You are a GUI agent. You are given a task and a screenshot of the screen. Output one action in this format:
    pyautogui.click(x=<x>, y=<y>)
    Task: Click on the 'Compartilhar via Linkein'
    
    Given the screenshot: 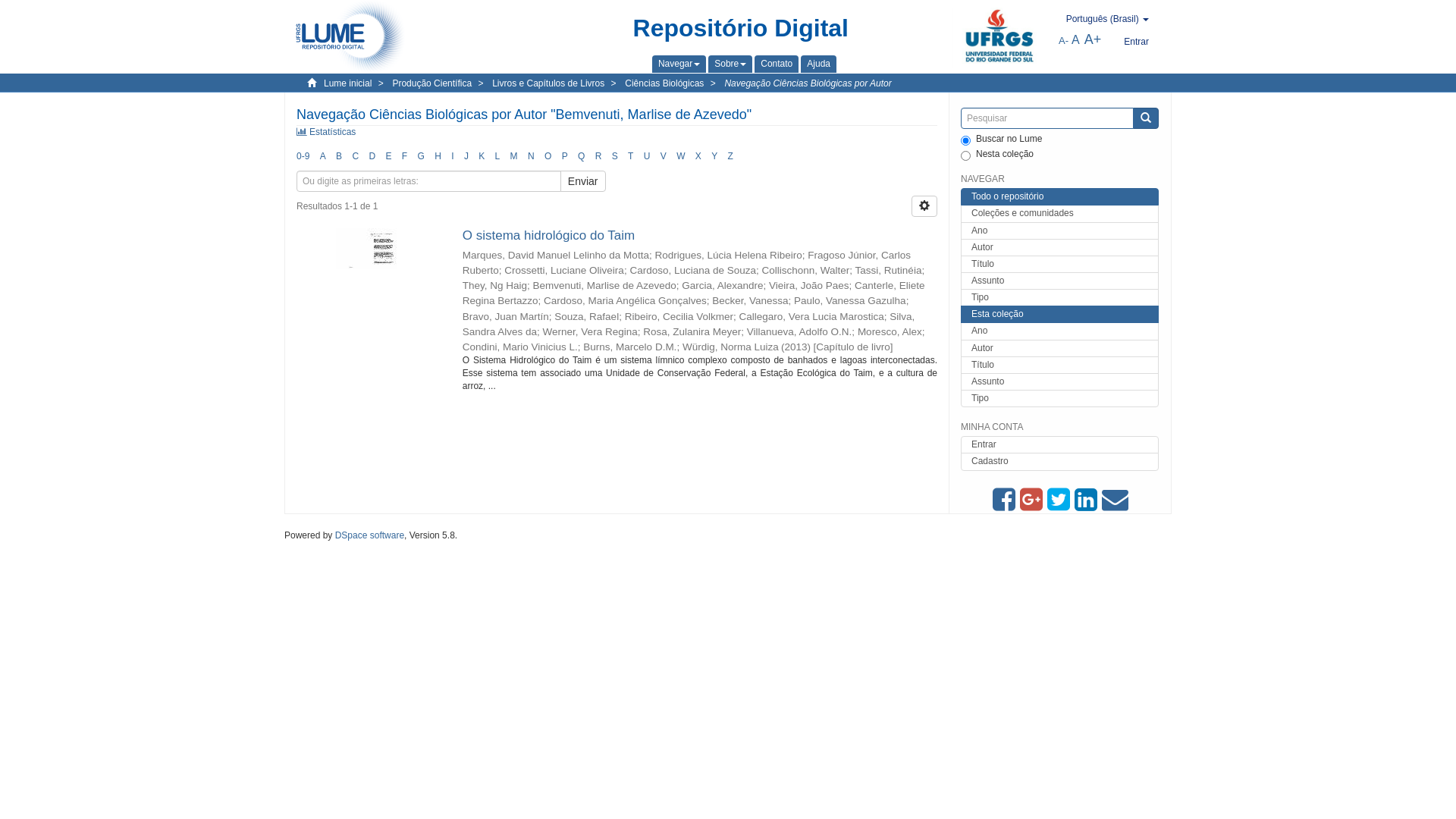 What is the action you would take?
    pyautogui.click(x=1073, y=500)
    